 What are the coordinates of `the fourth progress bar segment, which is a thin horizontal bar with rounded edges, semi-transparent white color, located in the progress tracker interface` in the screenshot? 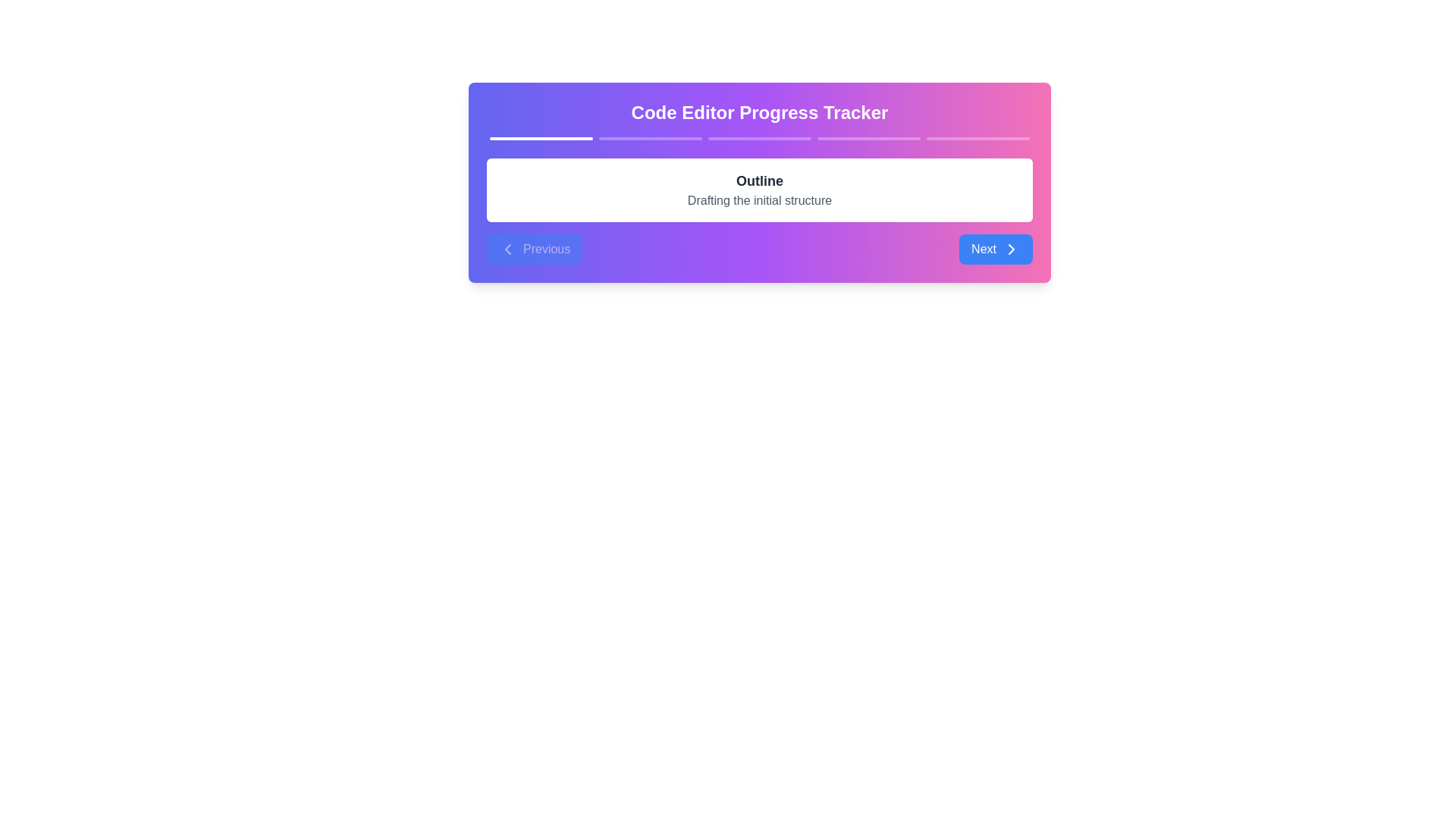 It's located at (869, 138).